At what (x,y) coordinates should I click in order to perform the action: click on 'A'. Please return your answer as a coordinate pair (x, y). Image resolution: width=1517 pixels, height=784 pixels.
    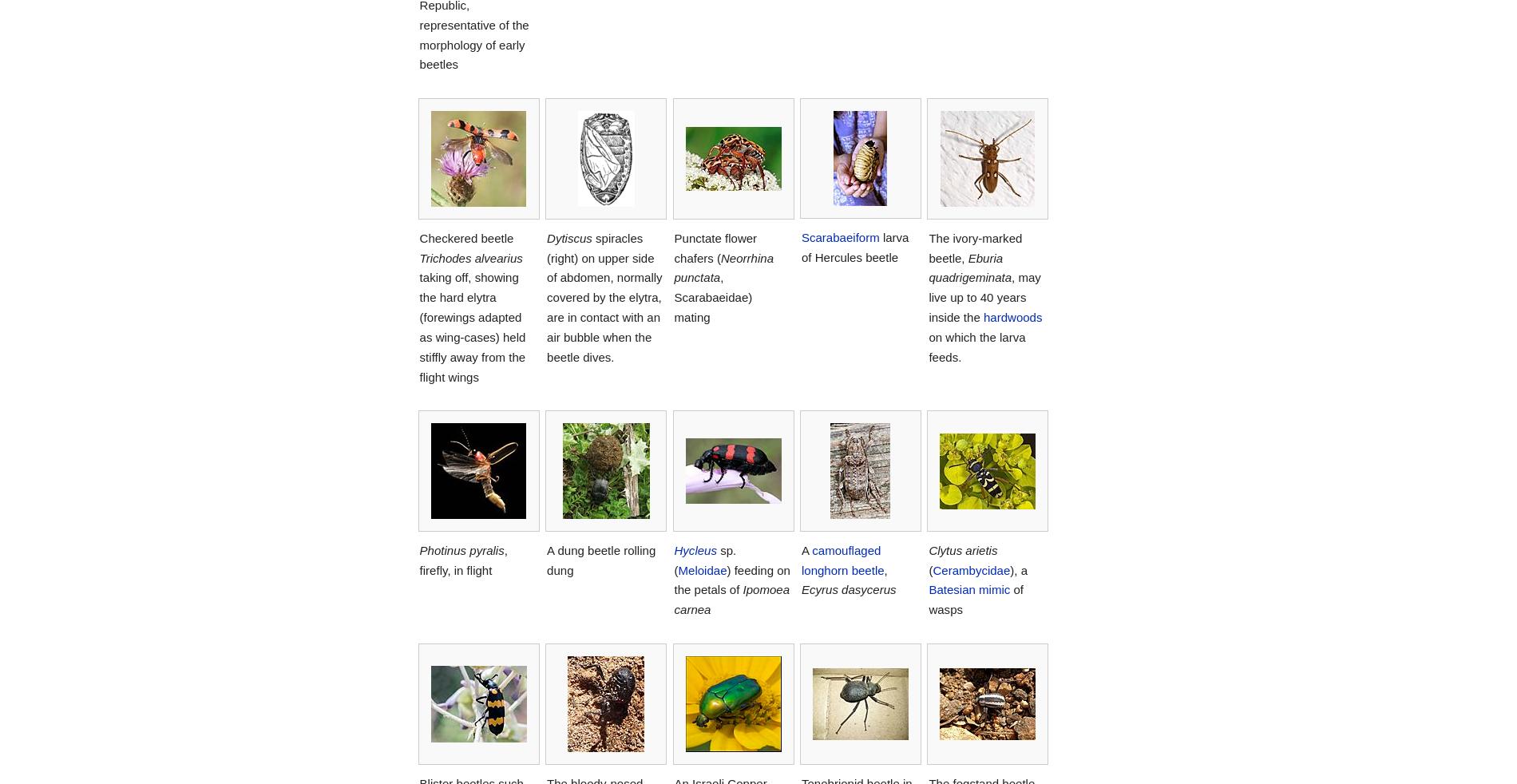
    Looking at the image, I should click on (806, 548).